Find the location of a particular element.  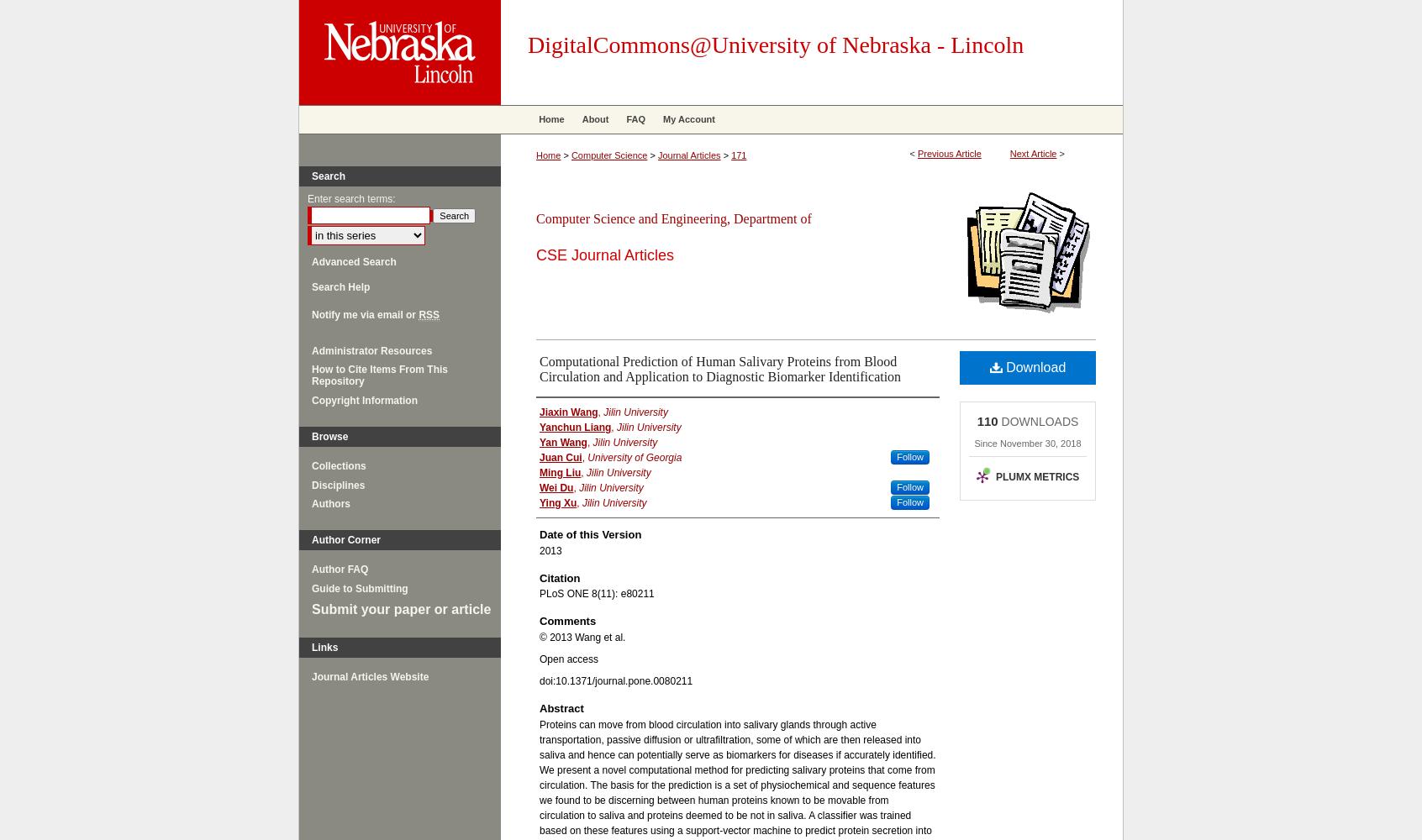

'Previous Article' is located at coordinates (948, 154).